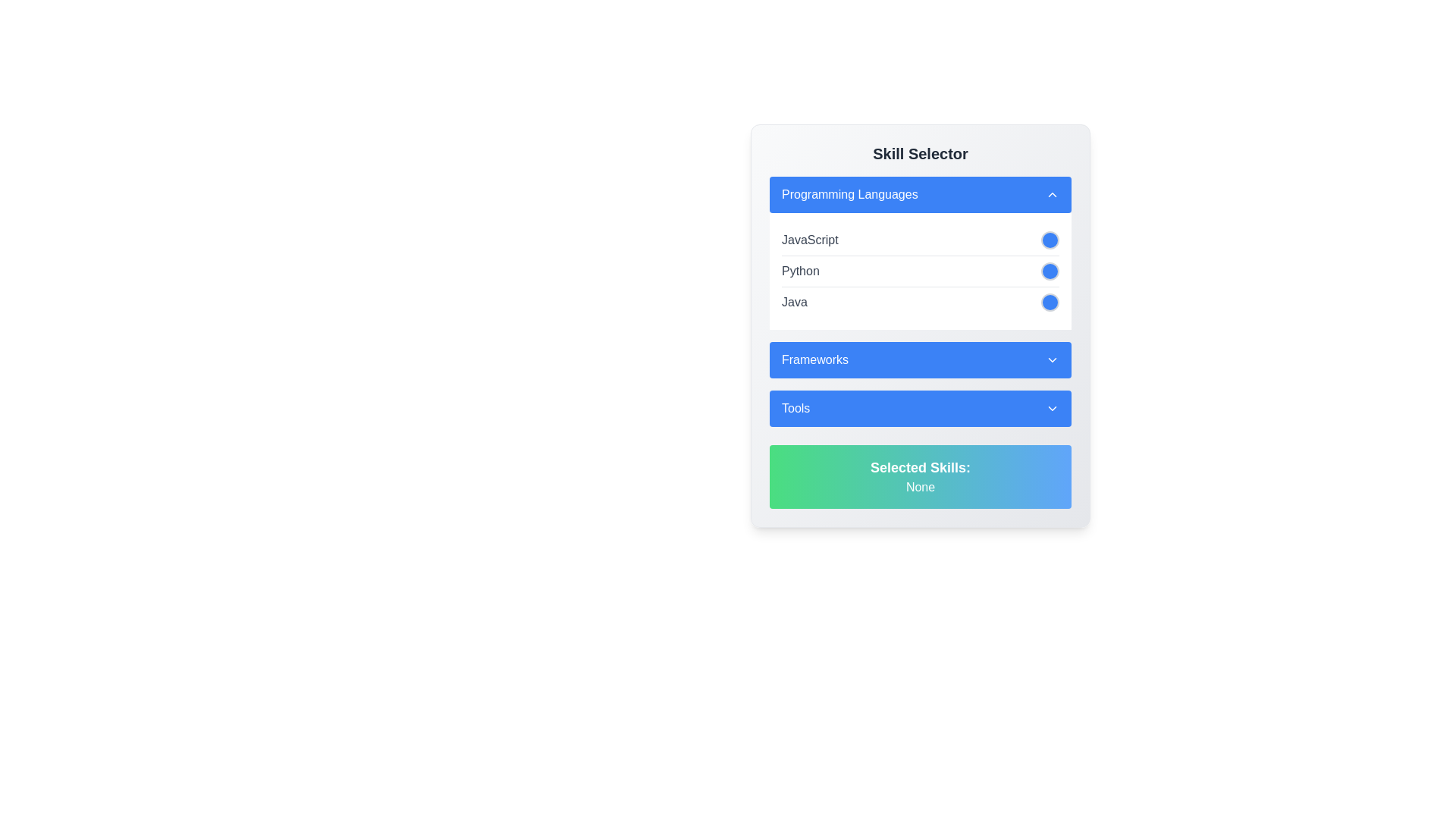 Image resolution: width=1456 pixels, height=819 pixels. What do you see at coordinates (920, 467) in the screenshot?
I see `the descriptive Text Label that identifies the purpose of the section beneath it, located above the 'None' text element in the 'Skill Selector' interface` at bounding box center [920, 467].